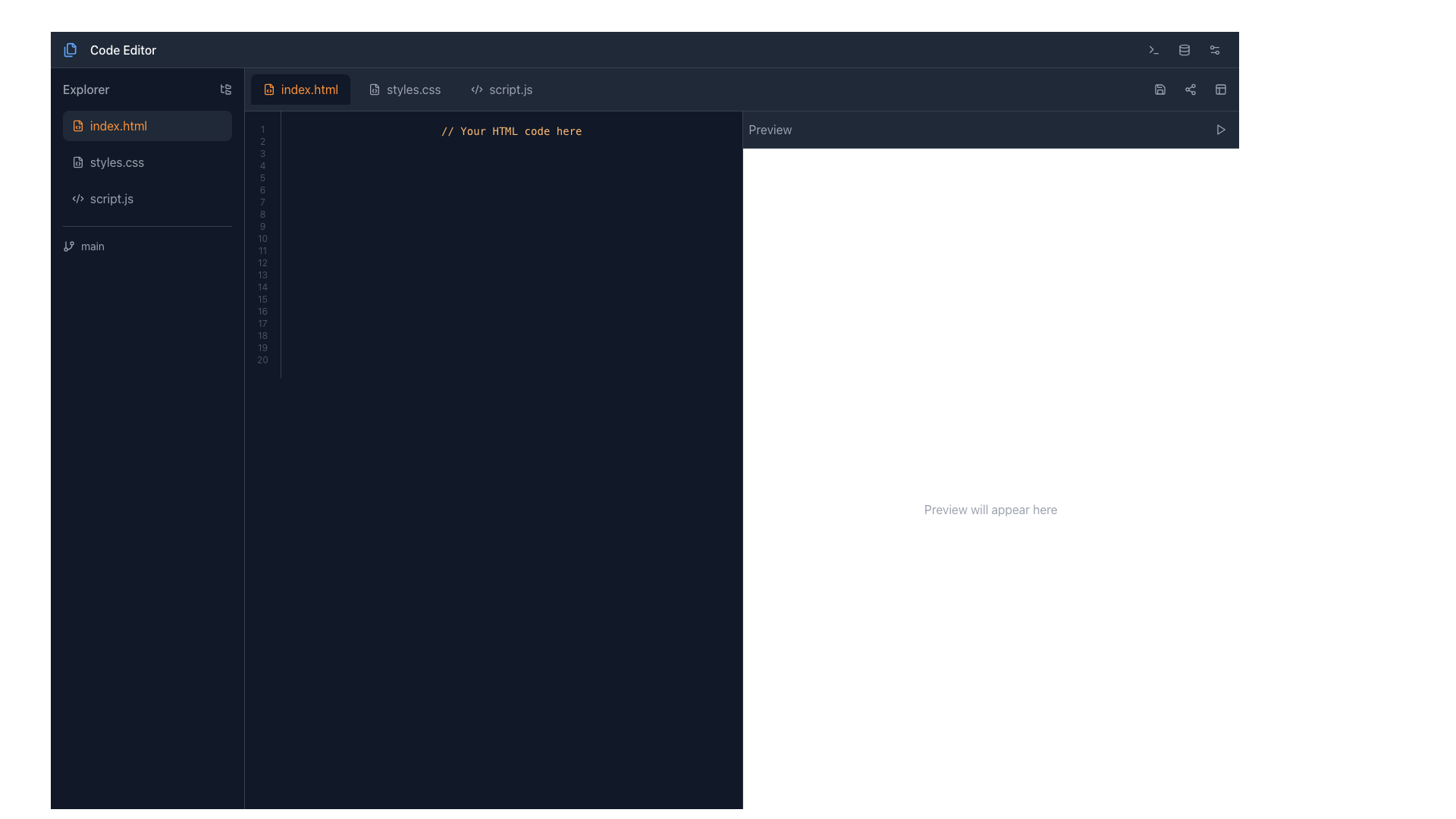  What do you see at coordinates (1159, 89) in the screenshot?
I see `the first button in the horizontal group at the top-right section of the interface` at bounding box center [1159, 89].